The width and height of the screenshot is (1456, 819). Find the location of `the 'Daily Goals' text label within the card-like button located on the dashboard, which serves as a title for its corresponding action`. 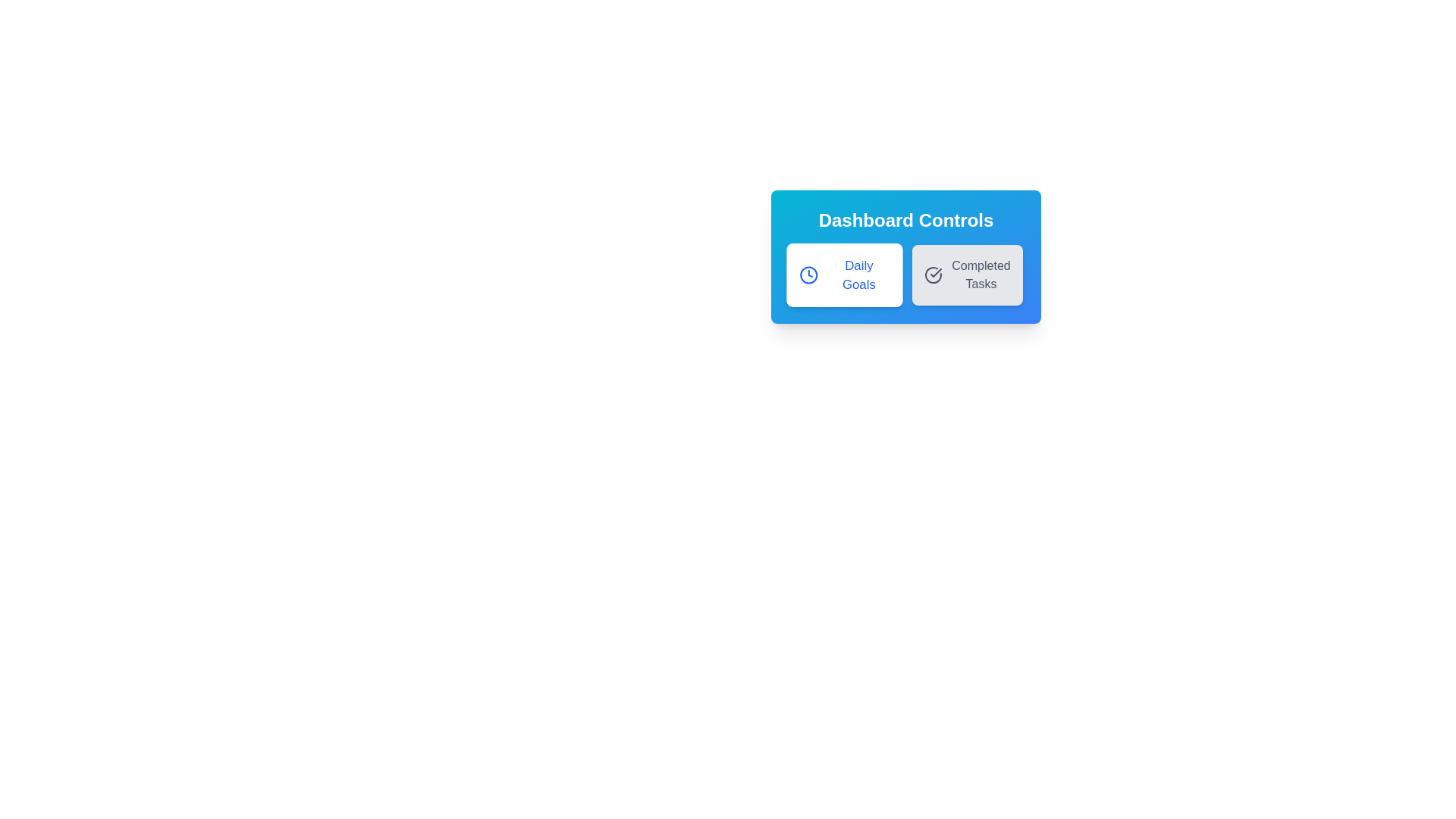

the 'Daily Goals' text label within the card-like button located on the dashboard, which serves as a title for its corresponding action is located at coordinates (858, 275).